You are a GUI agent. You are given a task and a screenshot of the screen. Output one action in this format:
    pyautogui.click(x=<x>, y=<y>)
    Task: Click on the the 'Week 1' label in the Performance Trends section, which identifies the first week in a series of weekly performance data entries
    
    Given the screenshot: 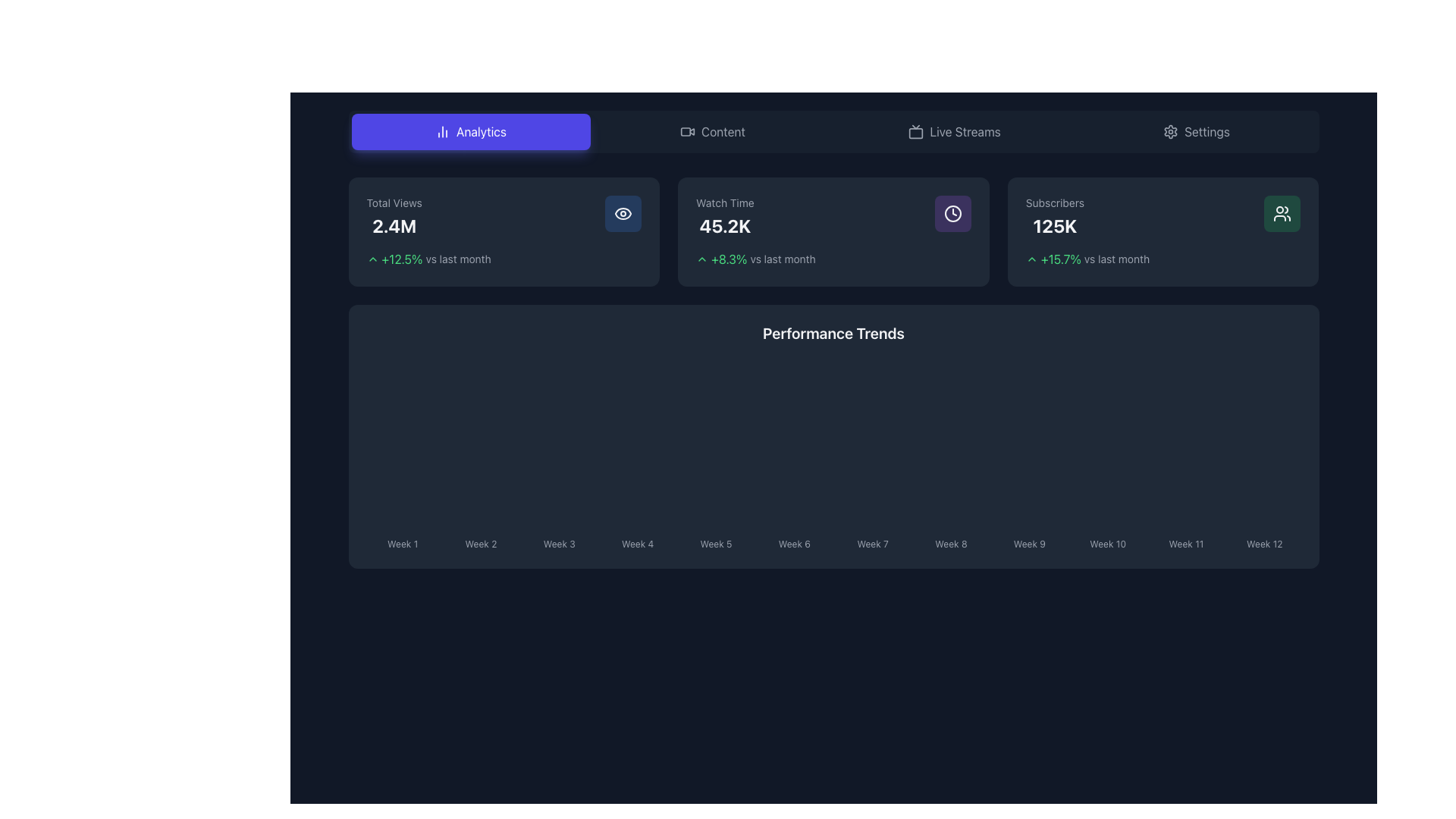 What is the action you would take?
    pyautogui.click(x=403, y=540)
    